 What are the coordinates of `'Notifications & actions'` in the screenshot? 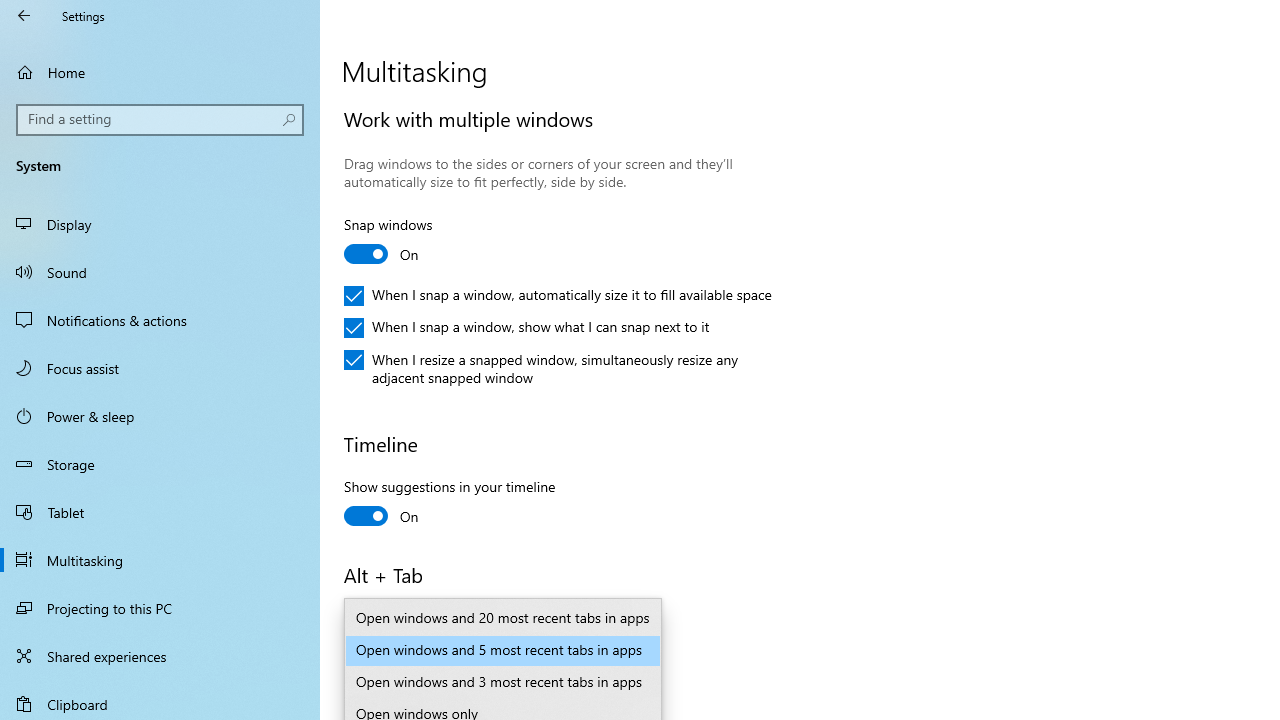 It's located at (160, 319).